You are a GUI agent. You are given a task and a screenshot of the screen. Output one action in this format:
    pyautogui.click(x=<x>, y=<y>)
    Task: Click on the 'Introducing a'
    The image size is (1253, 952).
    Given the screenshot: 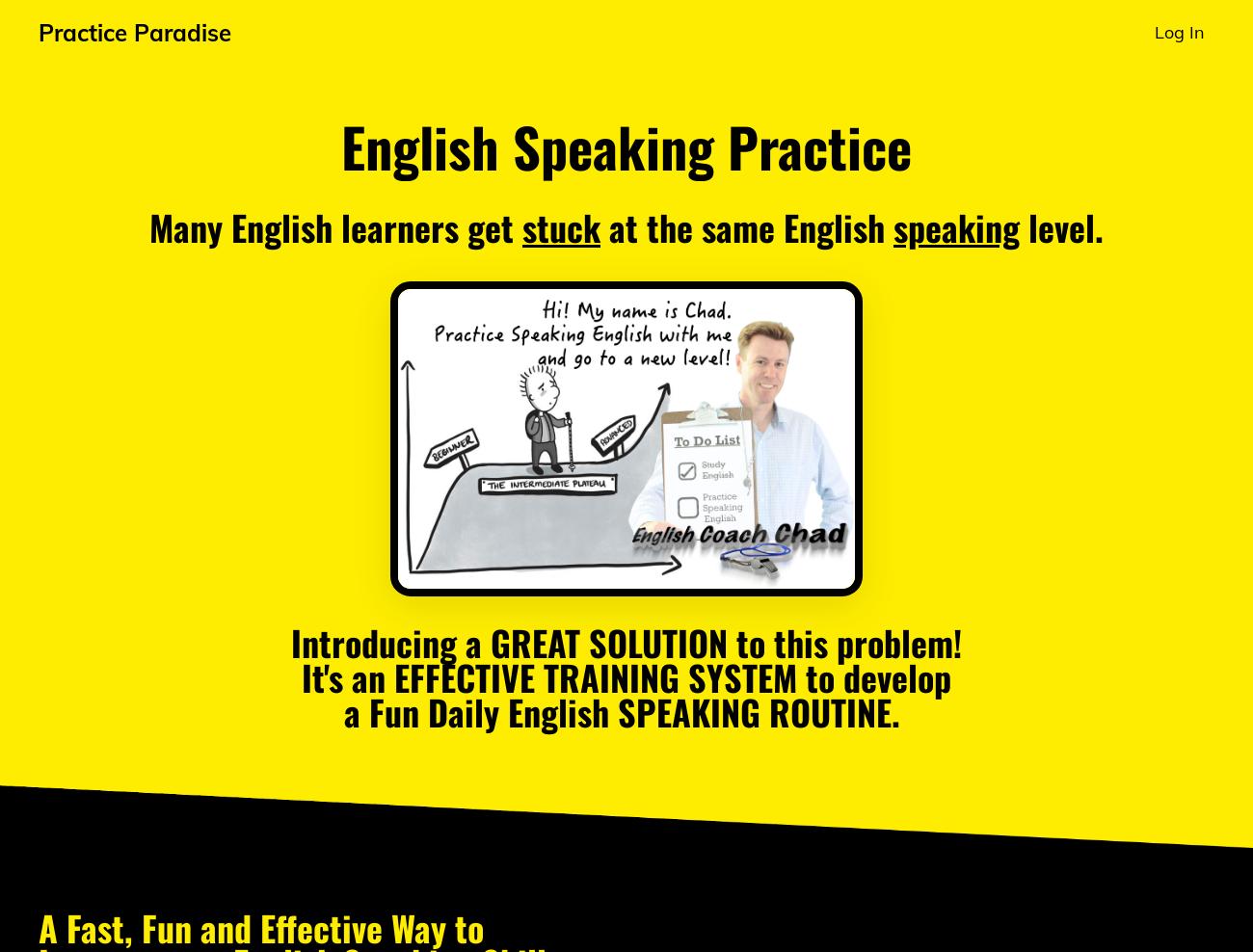 What is the action you would take?
    pyautogui.click(x=390, y=641)
    